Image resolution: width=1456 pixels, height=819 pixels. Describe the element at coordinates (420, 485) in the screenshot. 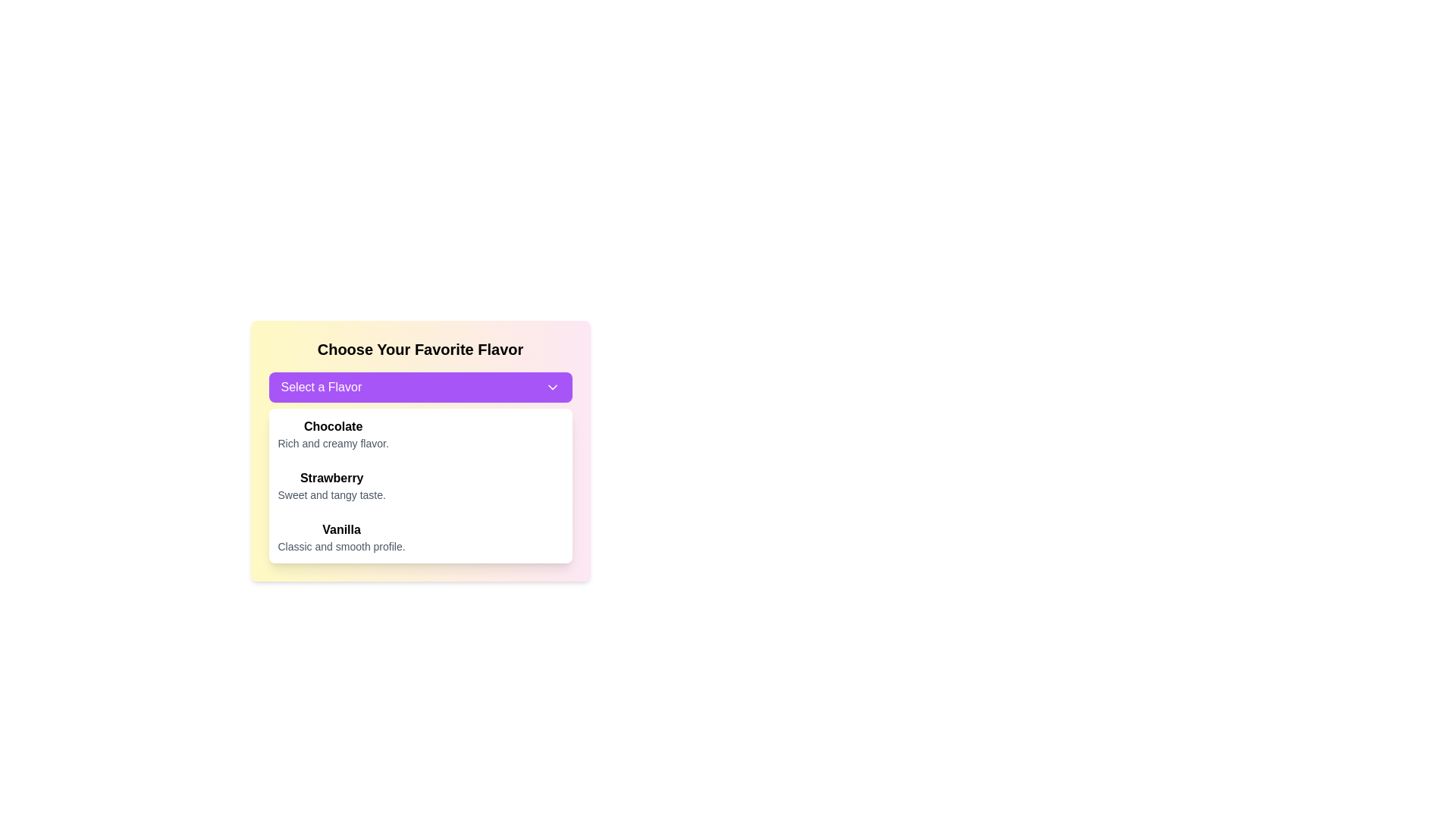

I see `the second flavor option in the list, which is positioned beneath the Chocolate option and above the Vanilla option` at that location.